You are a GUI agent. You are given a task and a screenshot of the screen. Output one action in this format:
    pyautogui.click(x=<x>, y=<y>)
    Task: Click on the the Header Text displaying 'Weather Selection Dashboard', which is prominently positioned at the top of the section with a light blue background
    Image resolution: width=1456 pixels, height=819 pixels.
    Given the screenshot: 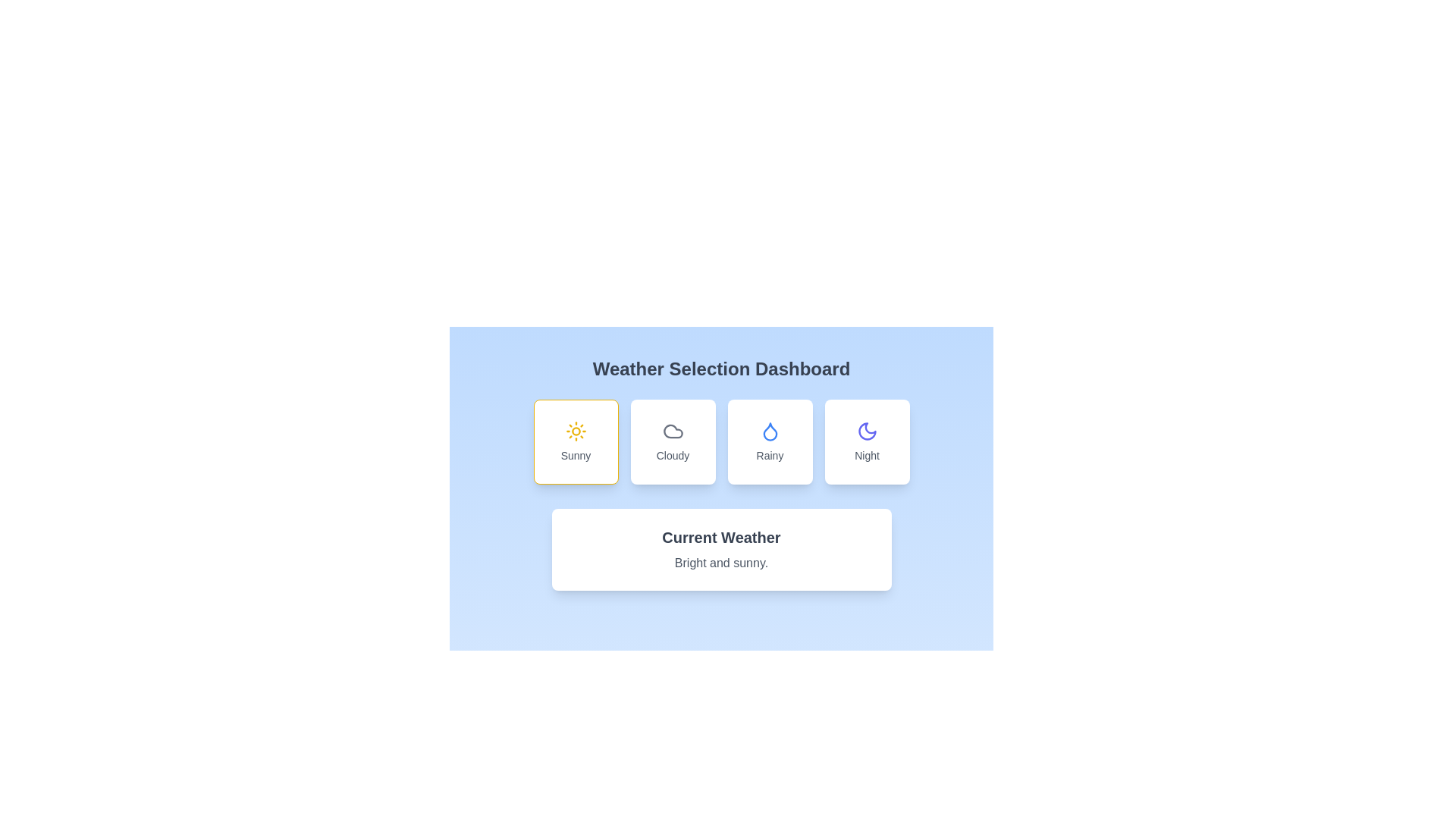 What is the action you would take?
    pyautogui.click(x=720, y=369)
    